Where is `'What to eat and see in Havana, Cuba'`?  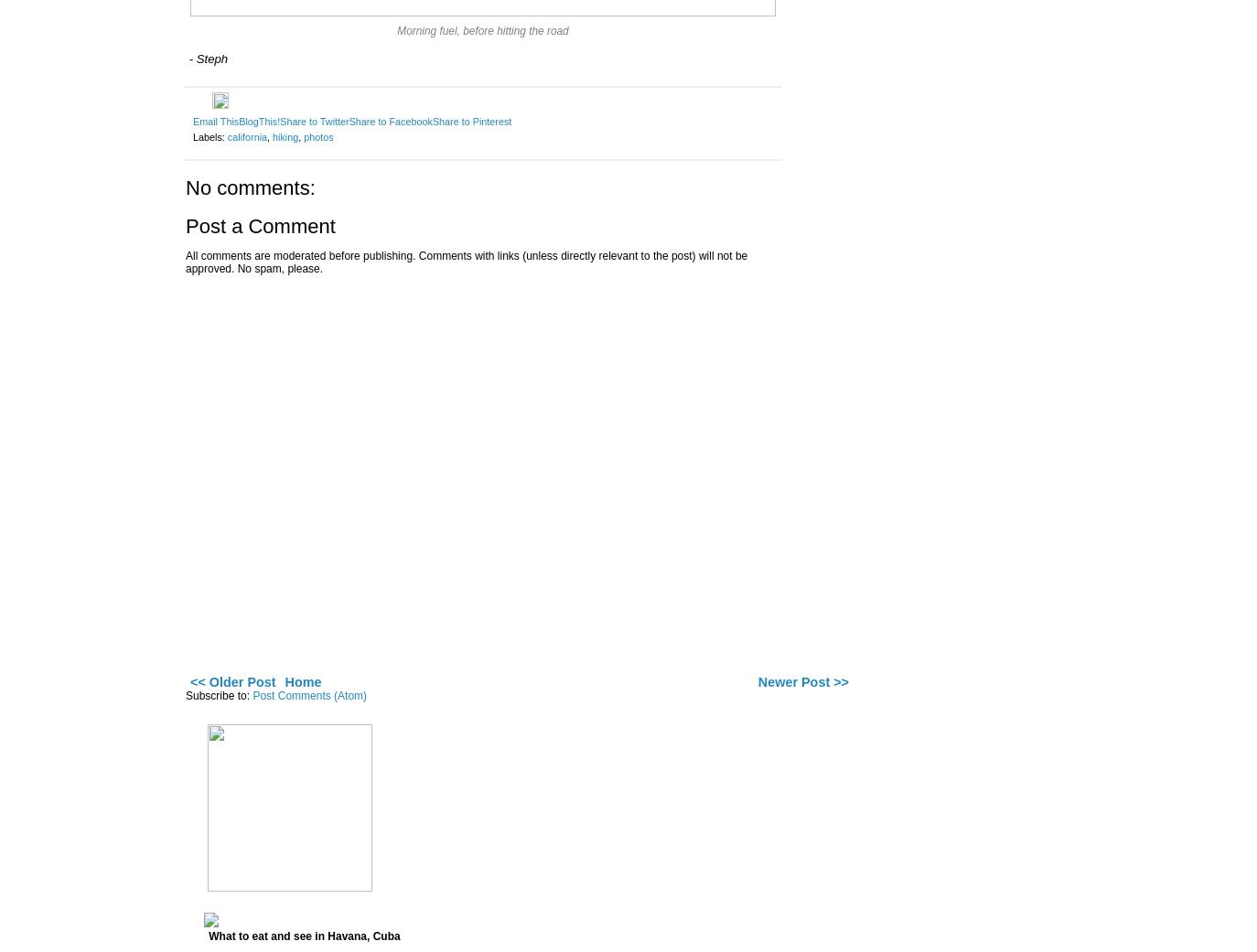
'What to eat and see in Havana, Cuba' is located at coordinates (303, 936).